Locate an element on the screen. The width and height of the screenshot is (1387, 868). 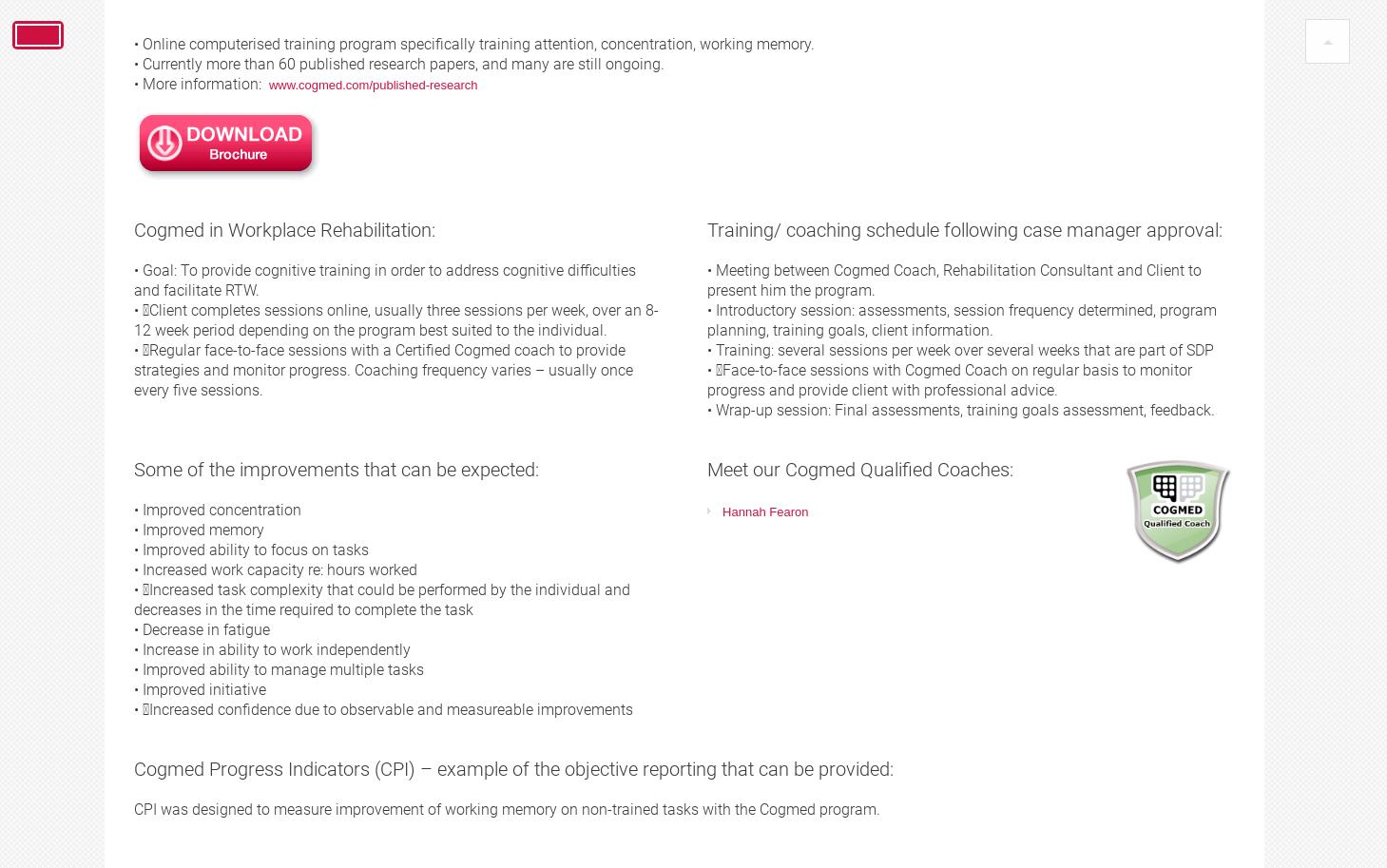
'Cogmed Progress Indicators (CPI) – example of the objective reporting that can be provided:' is located at coordinates (511, 768).